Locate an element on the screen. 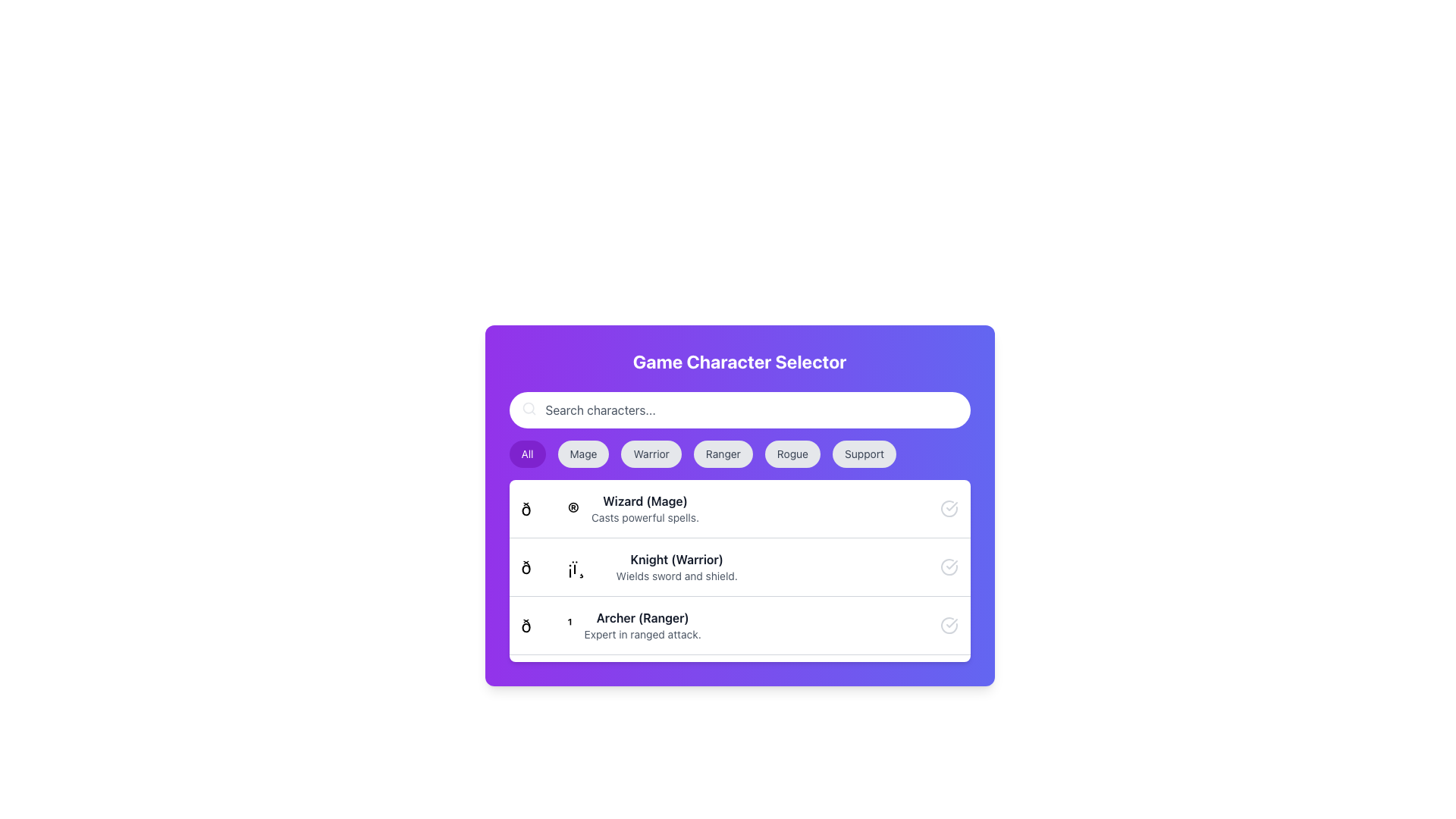 The image size is (1456, 819). text label displaying 'Wizard (Mage)' and 'Casts powerful spells.' in the character selection interface, located at the center point coordinates is located at coordinates (645, 509).